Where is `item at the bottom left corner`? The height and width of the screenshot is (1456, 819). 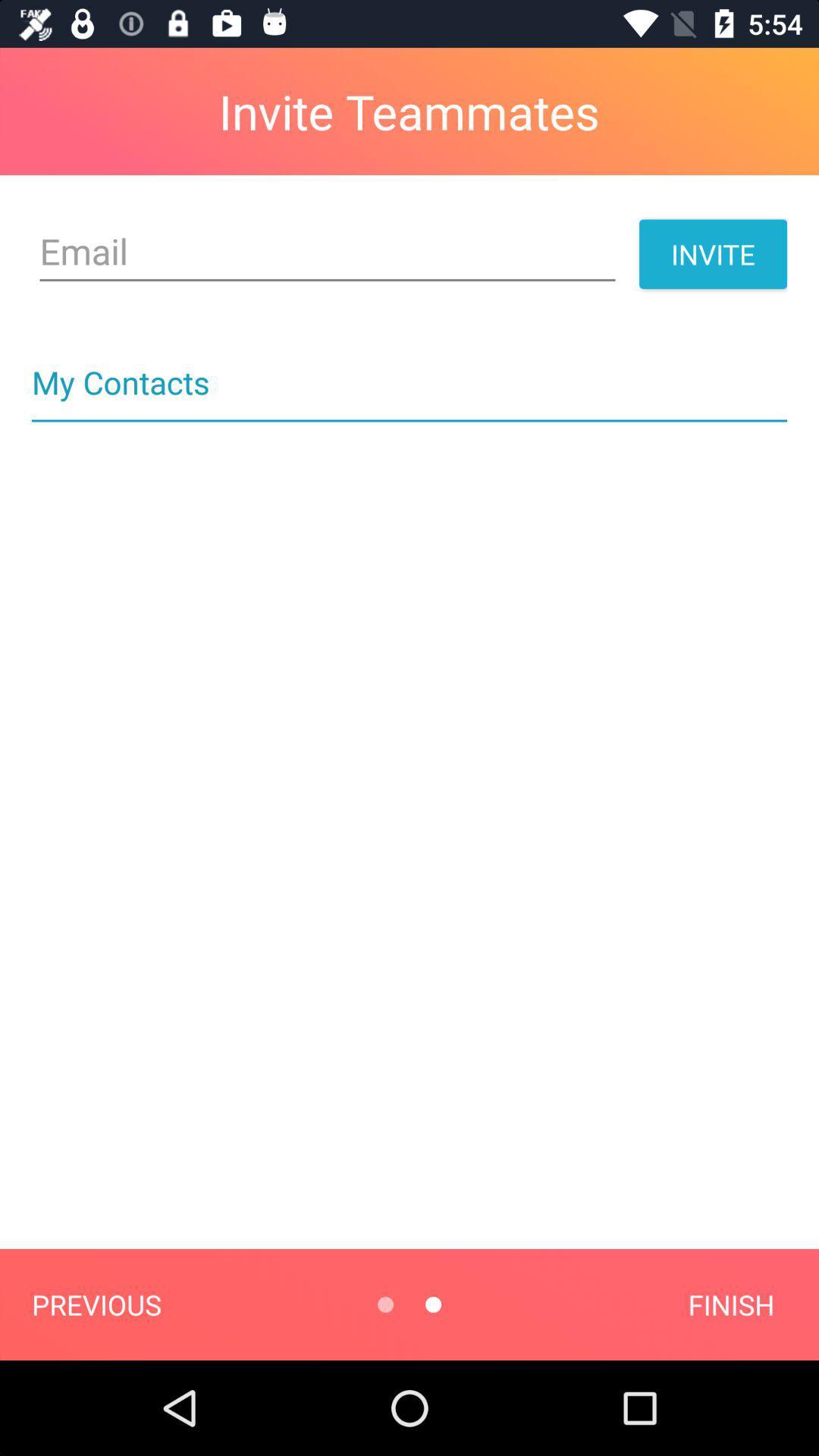 item at the bottom left corner is located at coordinates (96, 1304).